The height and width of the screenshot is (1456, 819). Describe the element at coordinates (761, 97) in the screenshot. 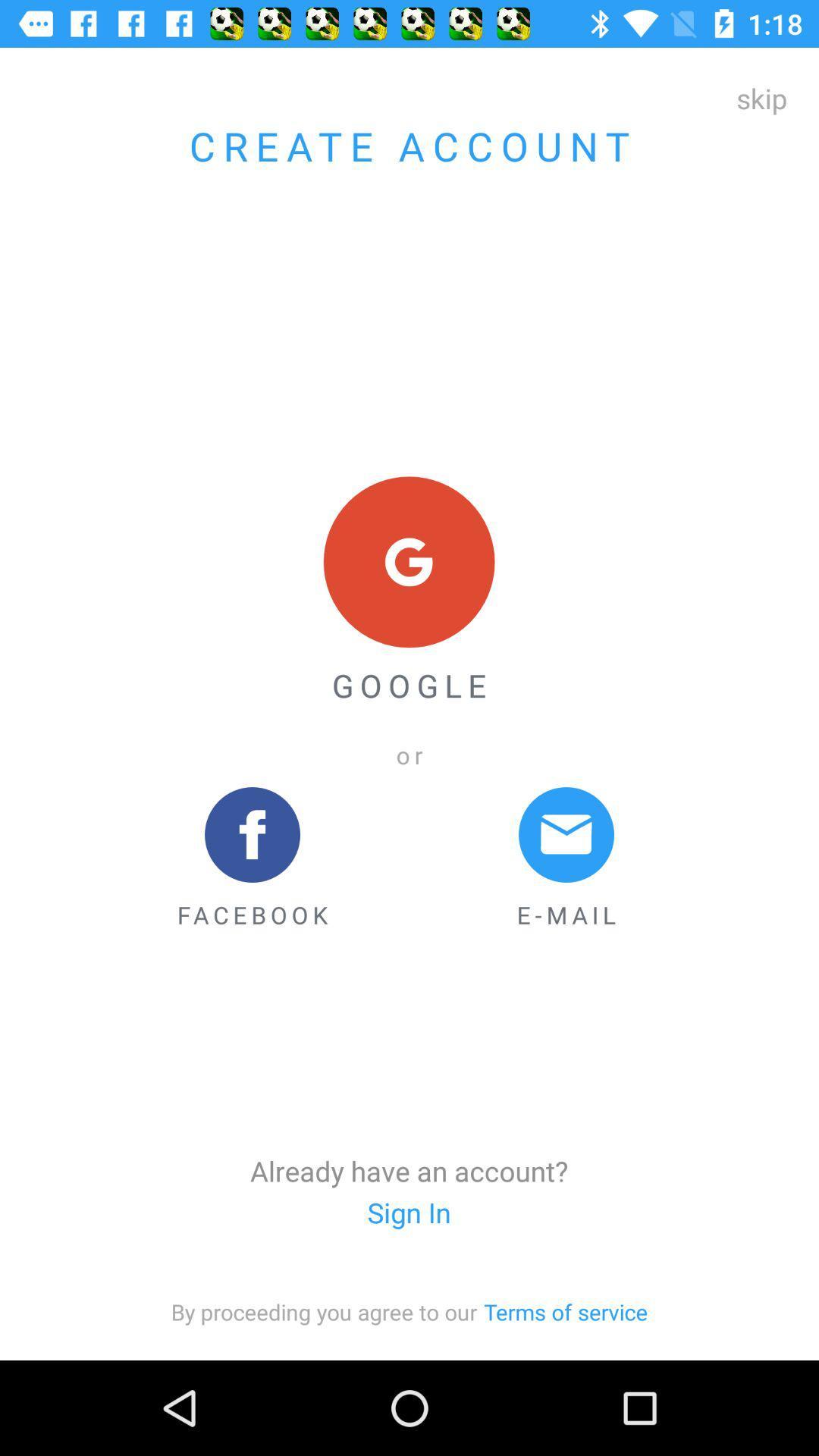

I see `skip item` at that location.